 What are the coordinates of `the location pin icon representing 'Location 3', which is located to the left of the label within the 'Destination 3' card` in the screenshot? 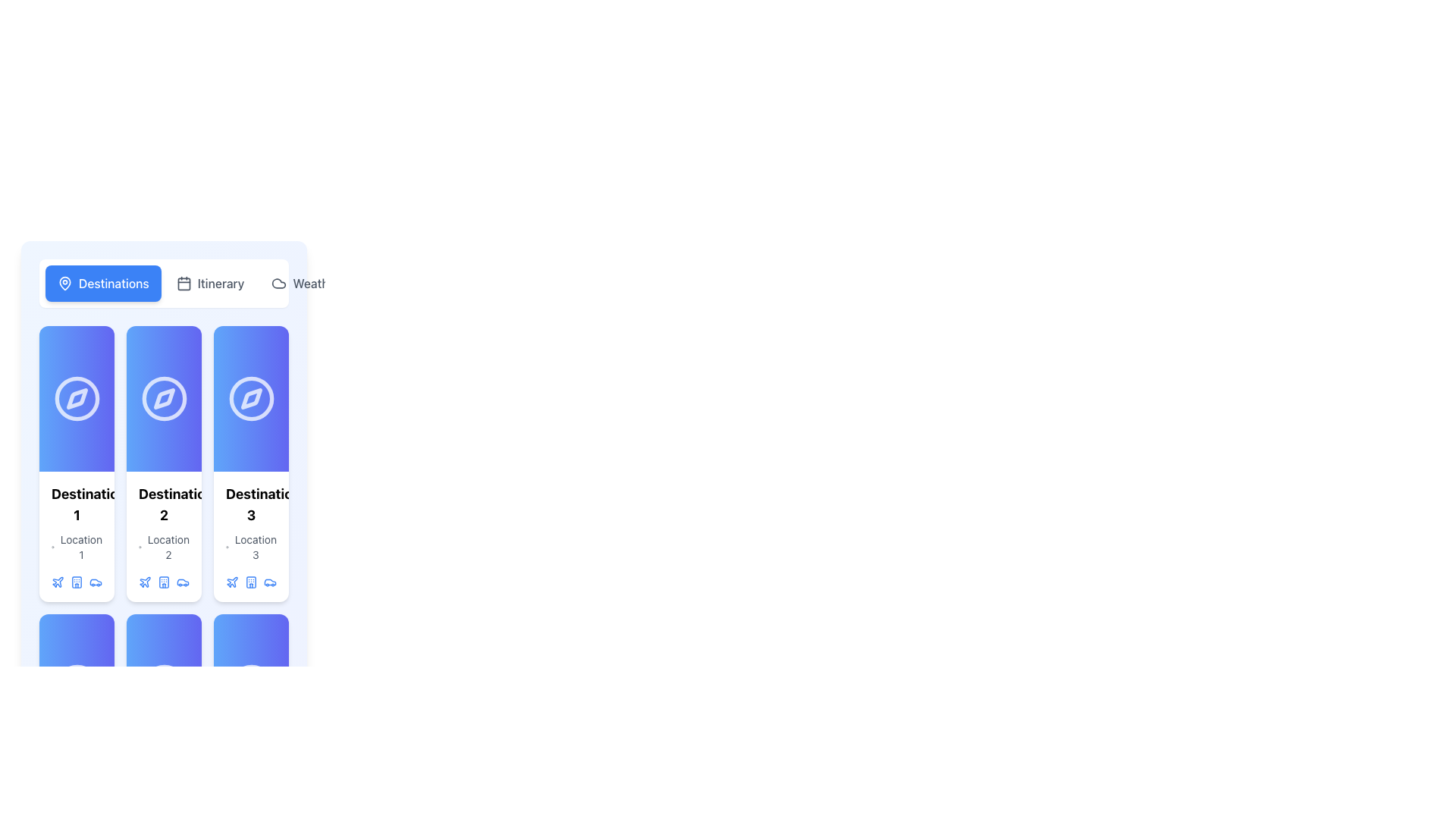 It's located at (226, 547).